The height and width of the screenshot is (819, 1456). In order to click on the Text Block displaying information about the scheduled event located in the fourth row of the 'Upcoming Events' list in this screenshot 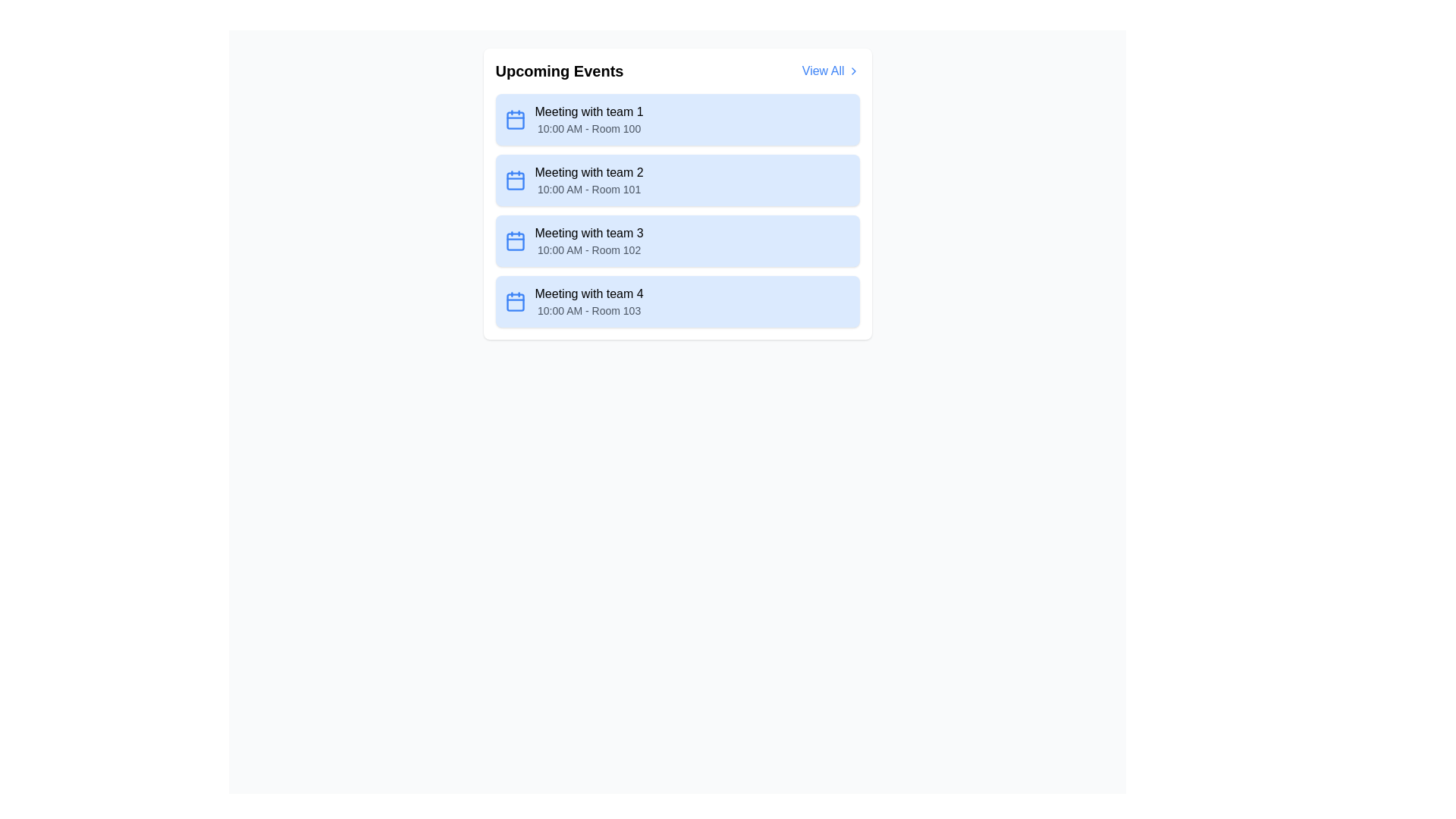, I will do `click(588, 301)`.